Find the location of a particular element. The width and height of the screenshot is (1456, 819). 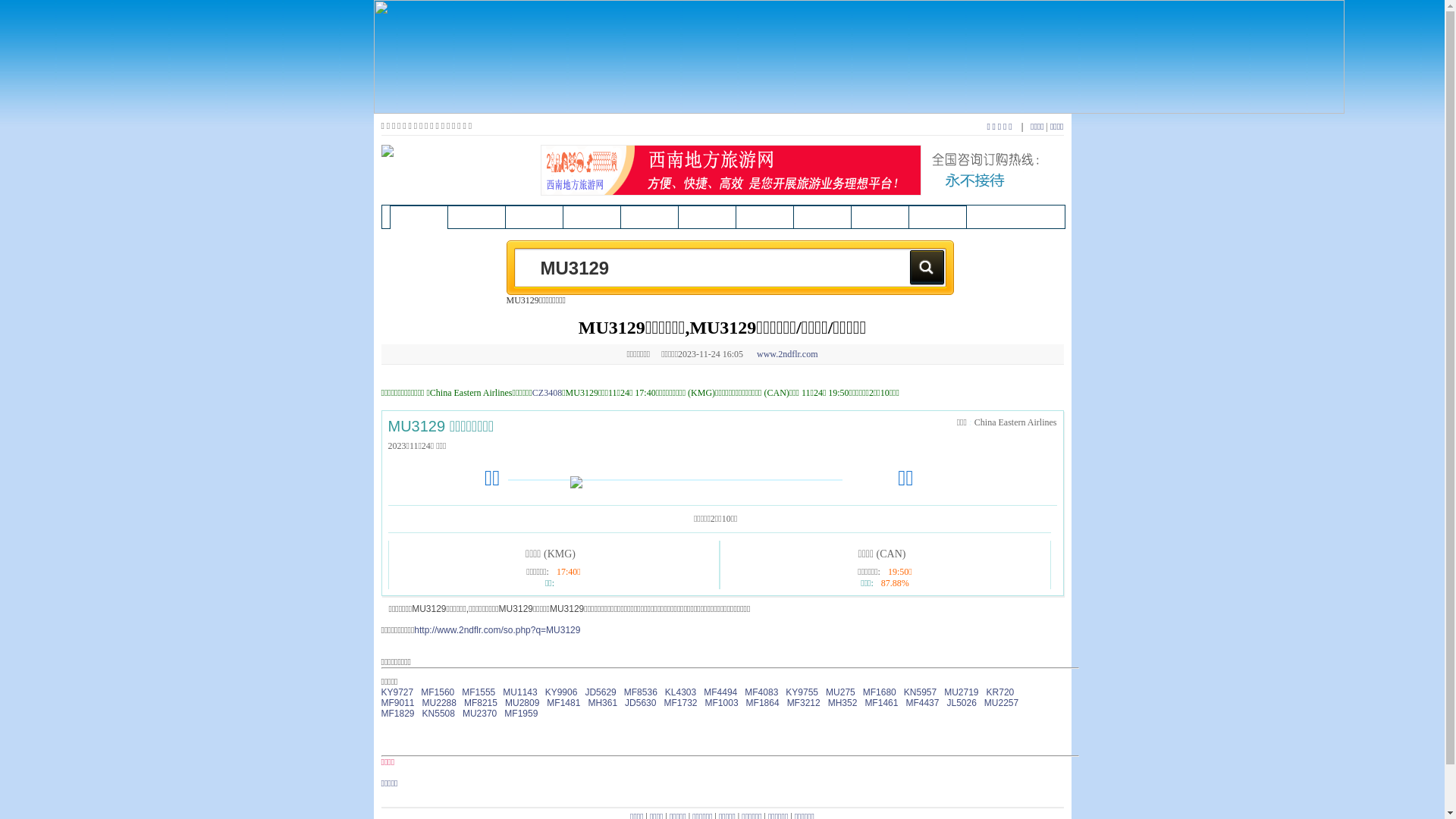

'MF8215' is located at coordinates (479, 702).